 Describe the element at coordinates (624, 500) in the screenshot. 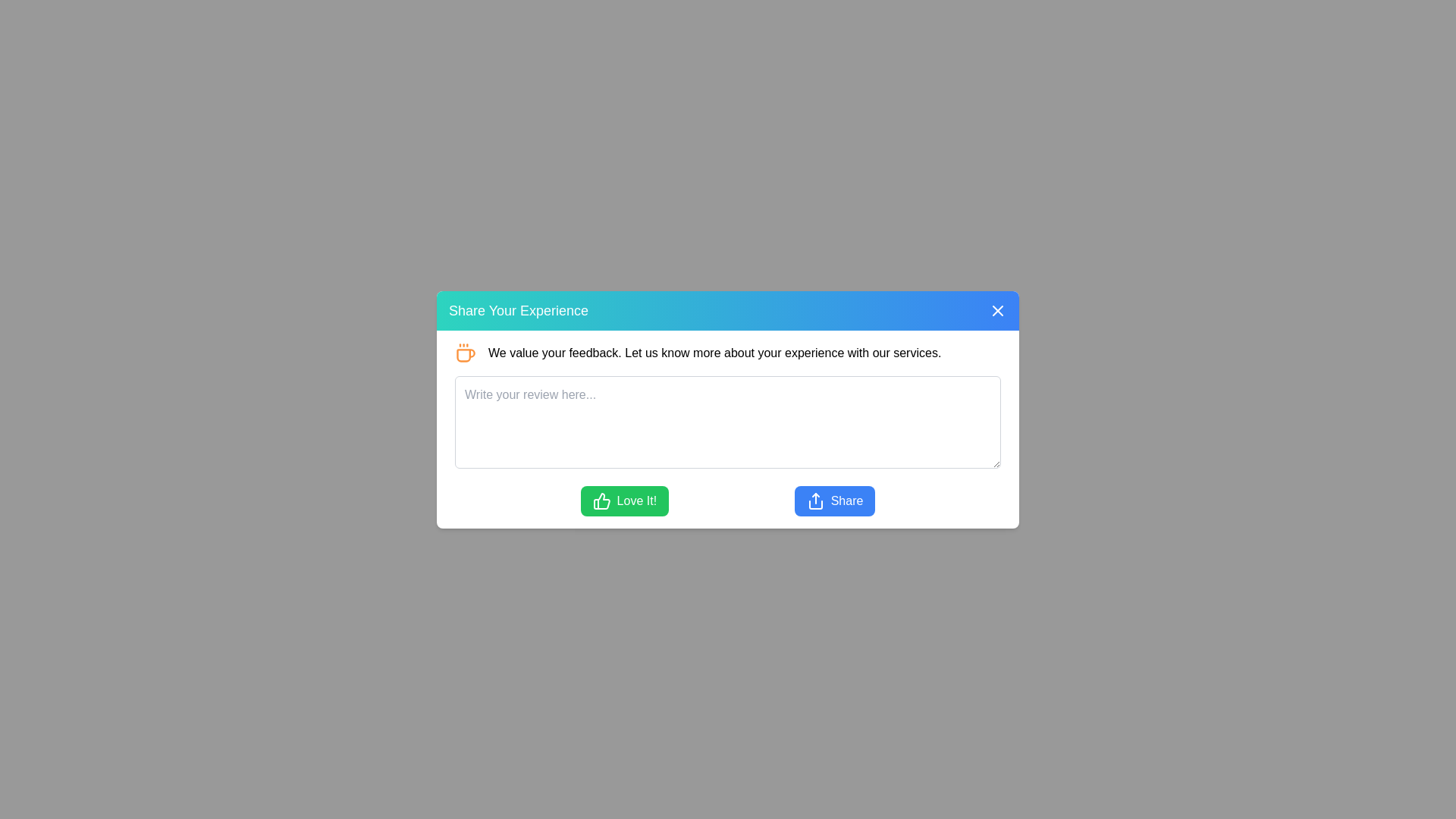

I see `the first button on the left in the horizontal alignment at the bottom of the feedback form` at that location.